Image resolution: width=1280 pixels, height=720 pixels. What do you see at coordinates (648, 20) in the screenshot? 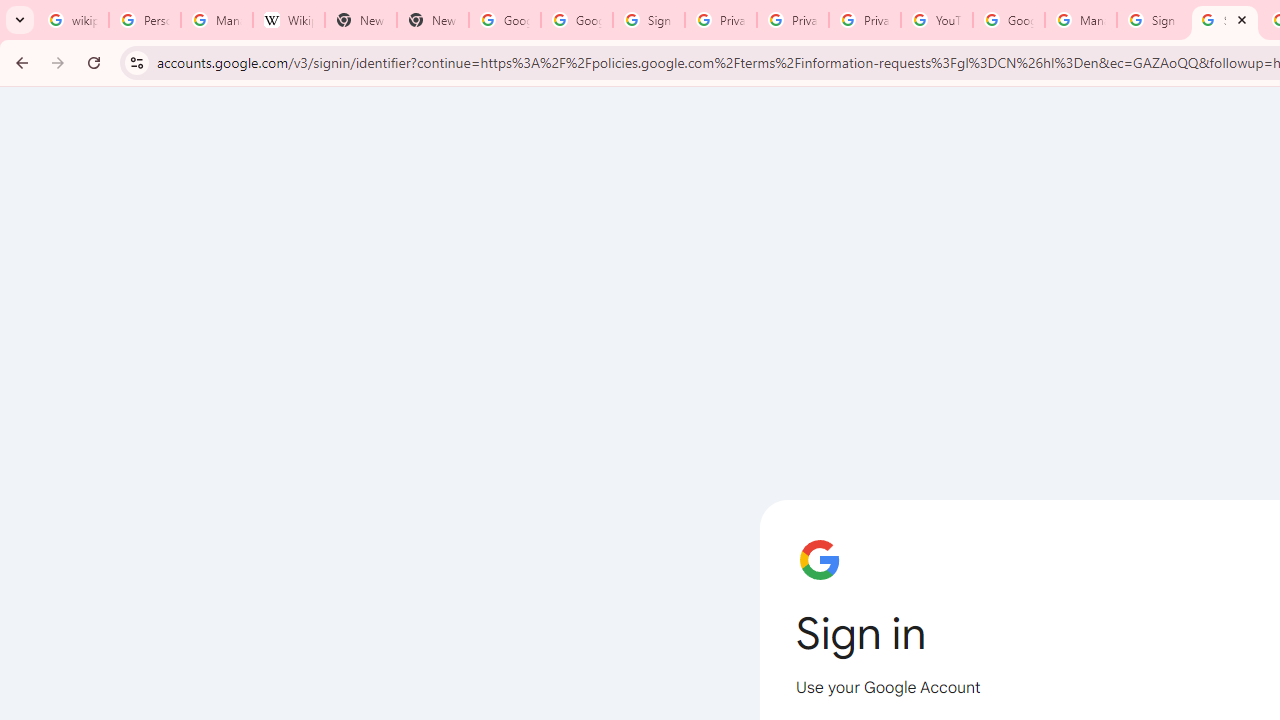
I see `'Sign in - Google Accounts'` at bounding box center [648, 20].